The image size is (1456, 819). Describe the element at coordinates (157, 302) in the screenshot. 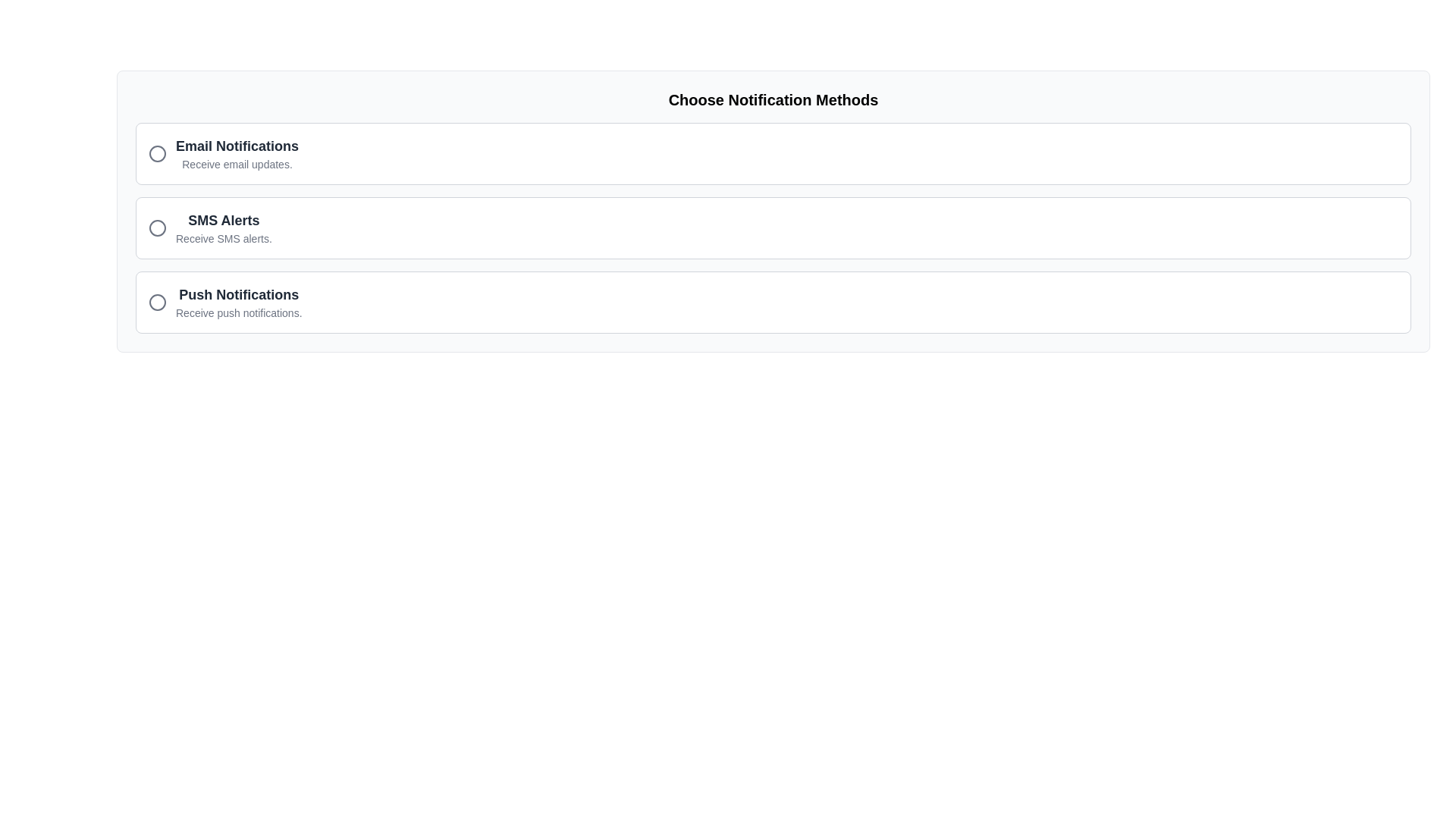

I see `the inner circle of the 'Push Notifications' icon, which is a circular SVG shape with a stroke outline and no fill, located at the bottom of the notification method options list` at that location.